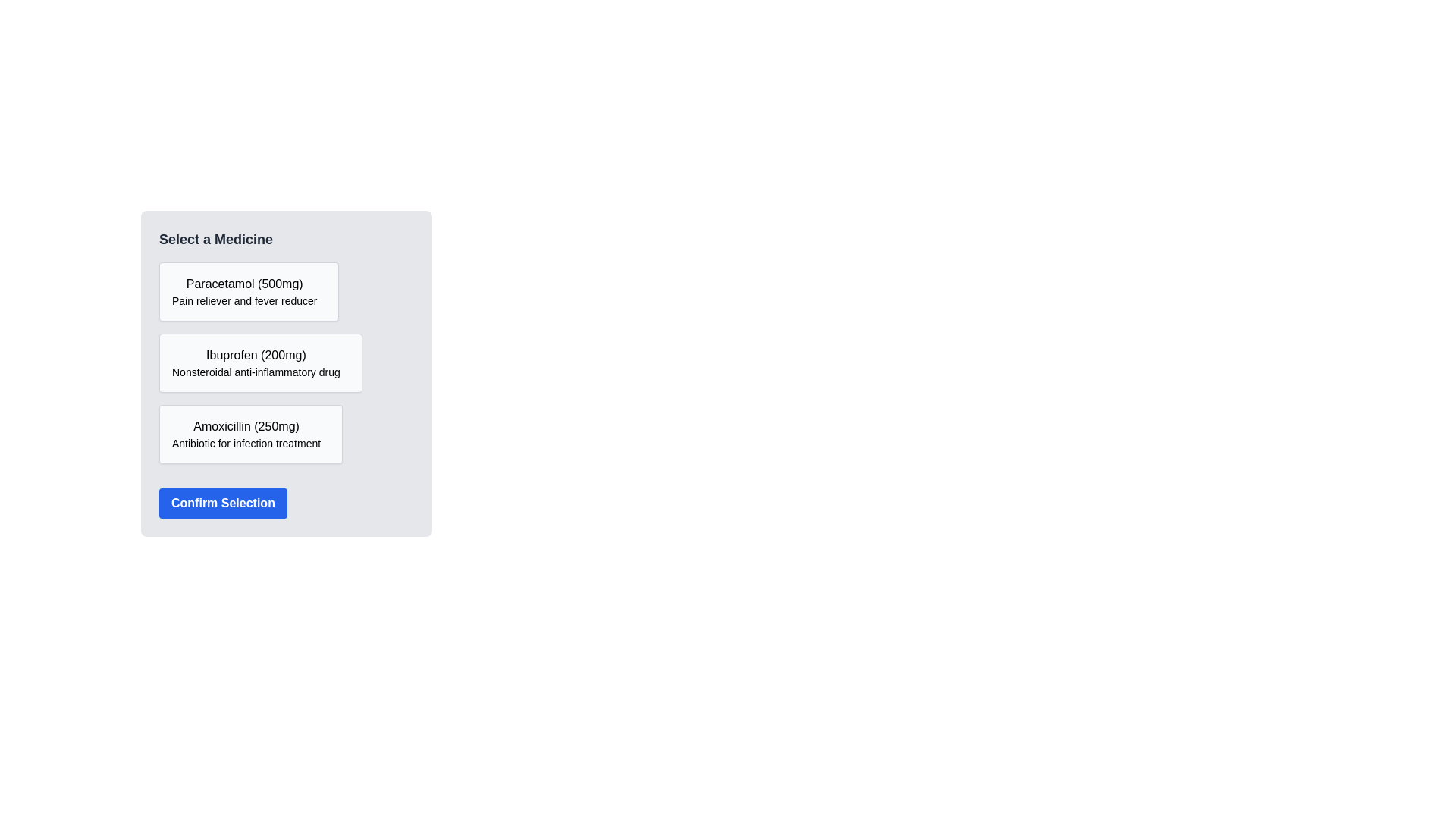 Image resolution: width=1456 pixels, height=819 pixels. I want to click on the second selectable medicine option in the list under 'Select a Medicine', so click(260, 362).